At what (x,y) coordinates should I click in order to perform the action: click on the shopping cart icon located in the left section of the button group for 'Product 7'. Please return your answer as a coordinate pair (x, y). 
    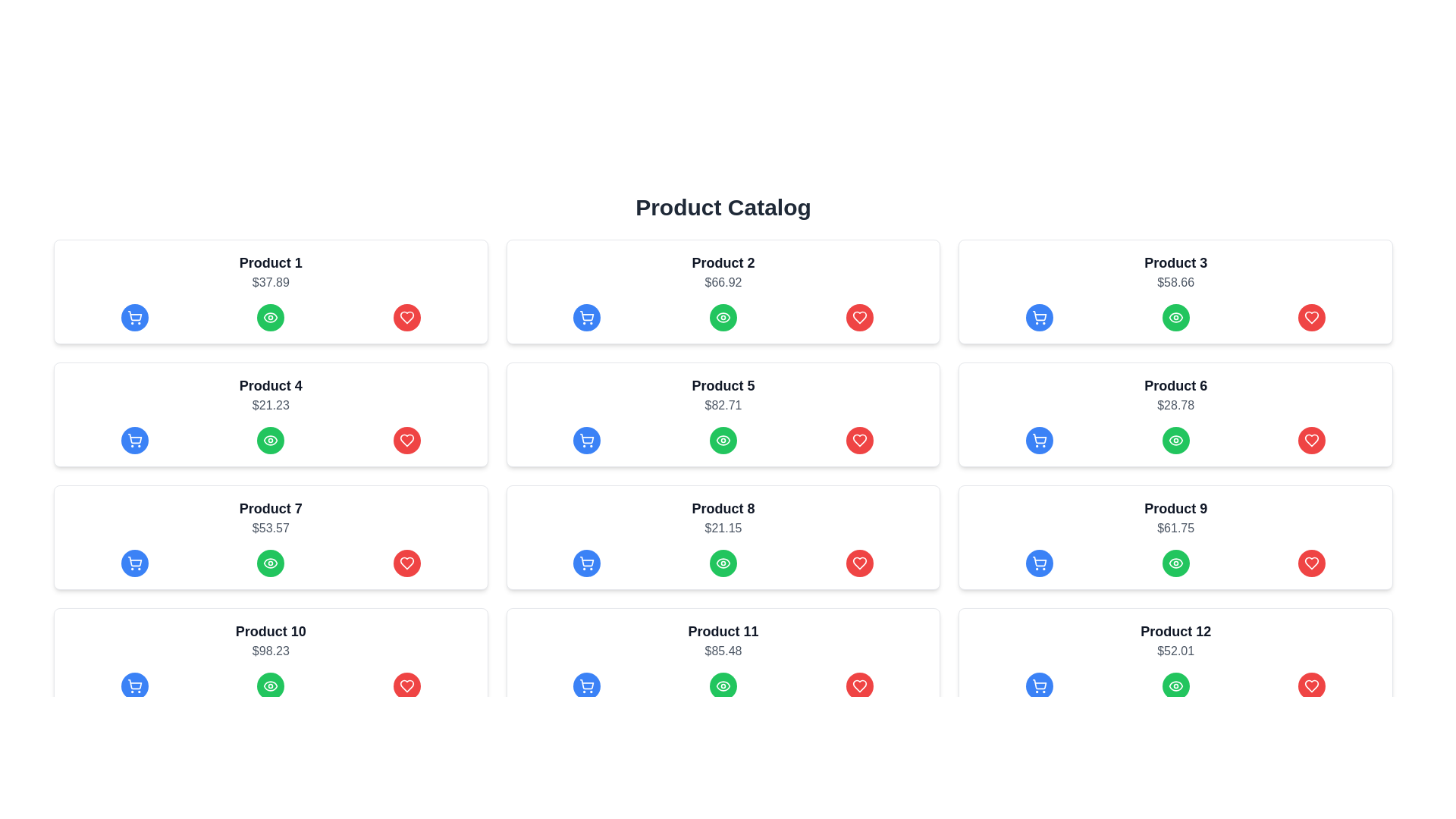
    Looking at the image, I should click on (134, 563).